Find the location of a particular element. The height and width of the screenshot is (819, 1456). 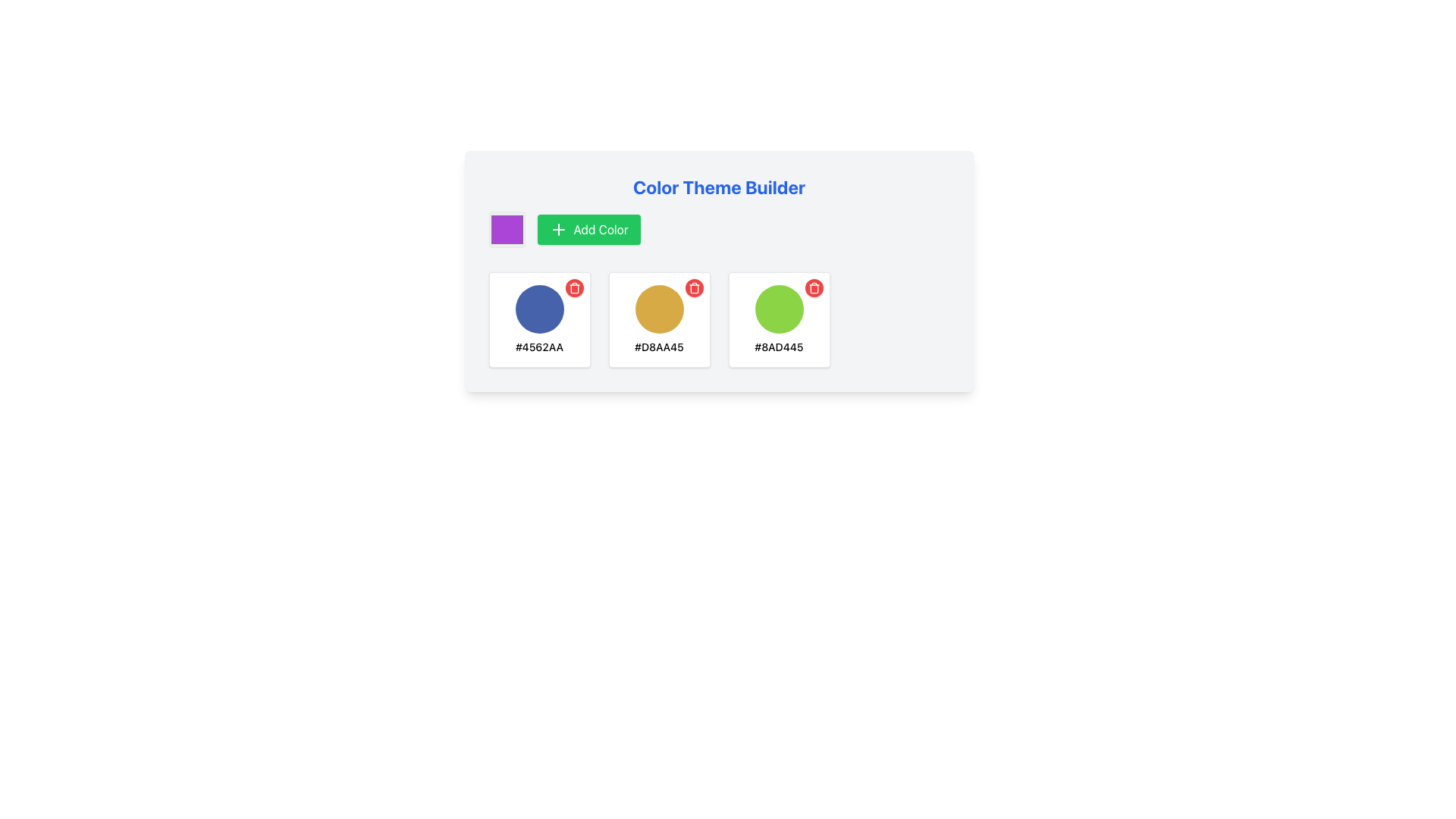

the main rectangular structure of the trash can icon used for delete functionalities, located in the top right corner of the third color card is located at coordinates (573, 289).